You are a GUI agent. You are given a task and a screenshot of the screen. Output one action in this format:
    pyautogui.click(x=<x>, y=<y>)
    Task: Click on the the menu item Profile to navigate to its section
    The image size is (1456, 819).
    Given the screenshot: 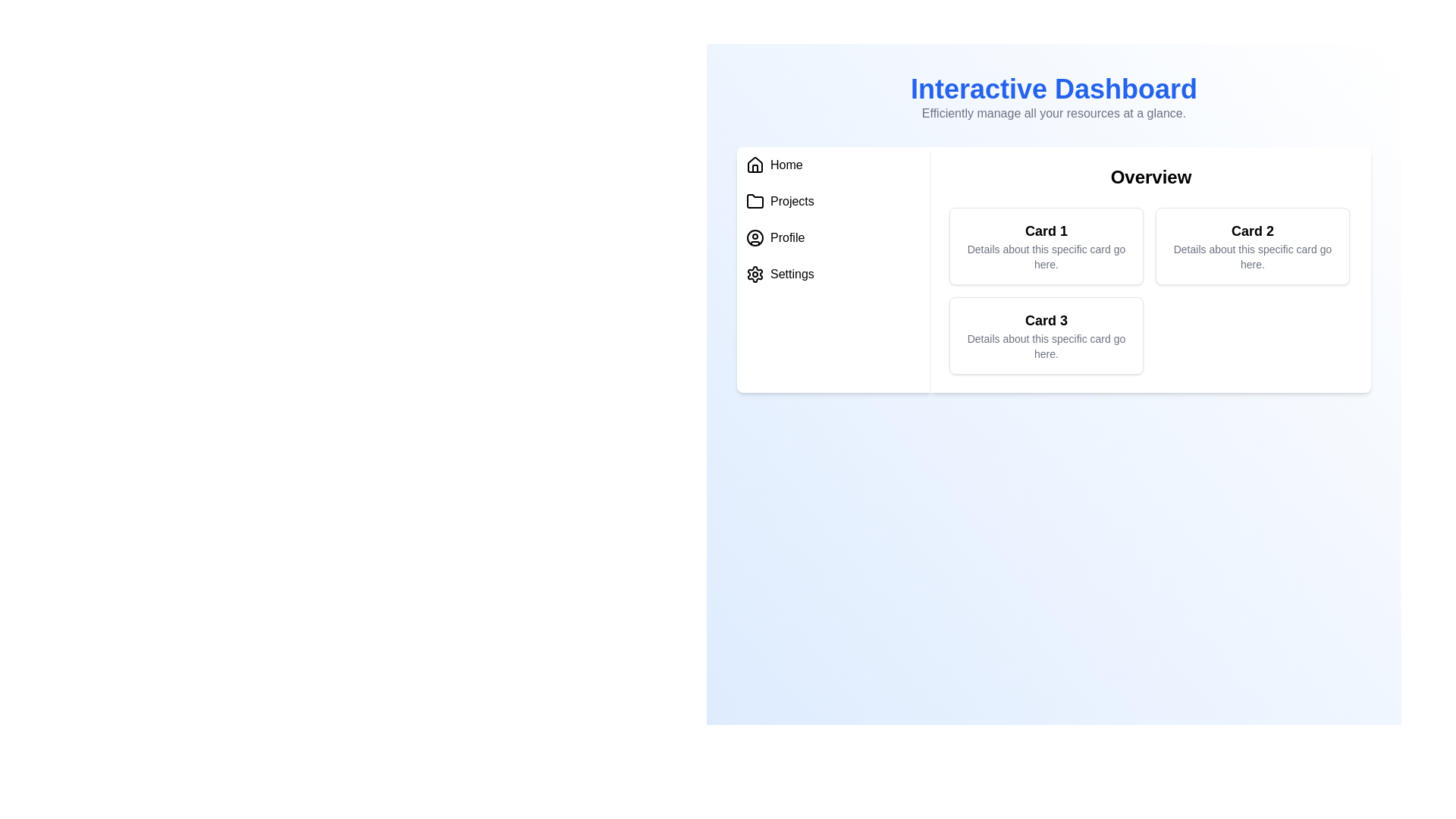 What is the action you would take?
    pyautogui.click(x=833, y=237)
    